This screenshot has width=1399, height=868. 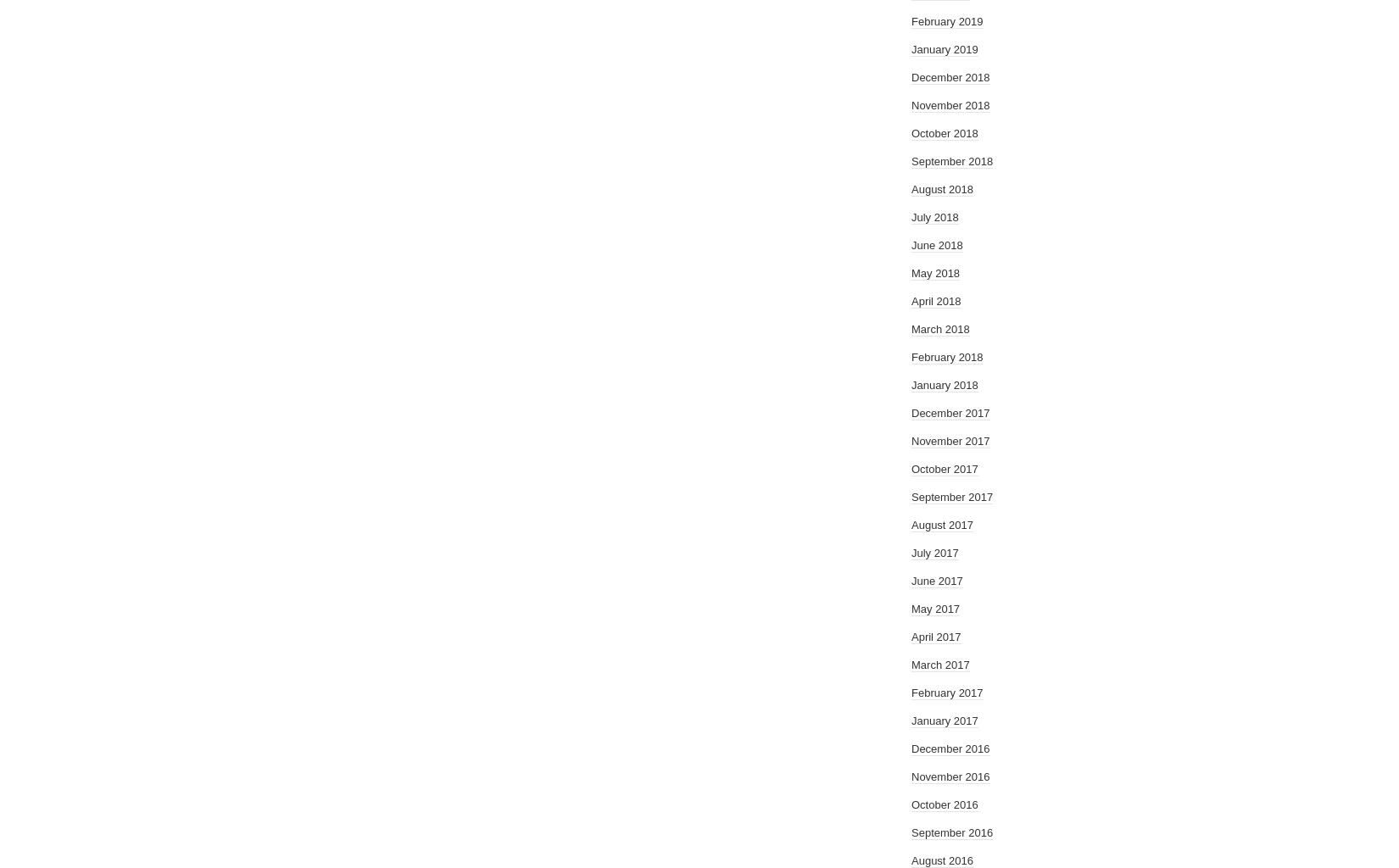 I want to click on 'September 2018', so click(x=951, y=161).